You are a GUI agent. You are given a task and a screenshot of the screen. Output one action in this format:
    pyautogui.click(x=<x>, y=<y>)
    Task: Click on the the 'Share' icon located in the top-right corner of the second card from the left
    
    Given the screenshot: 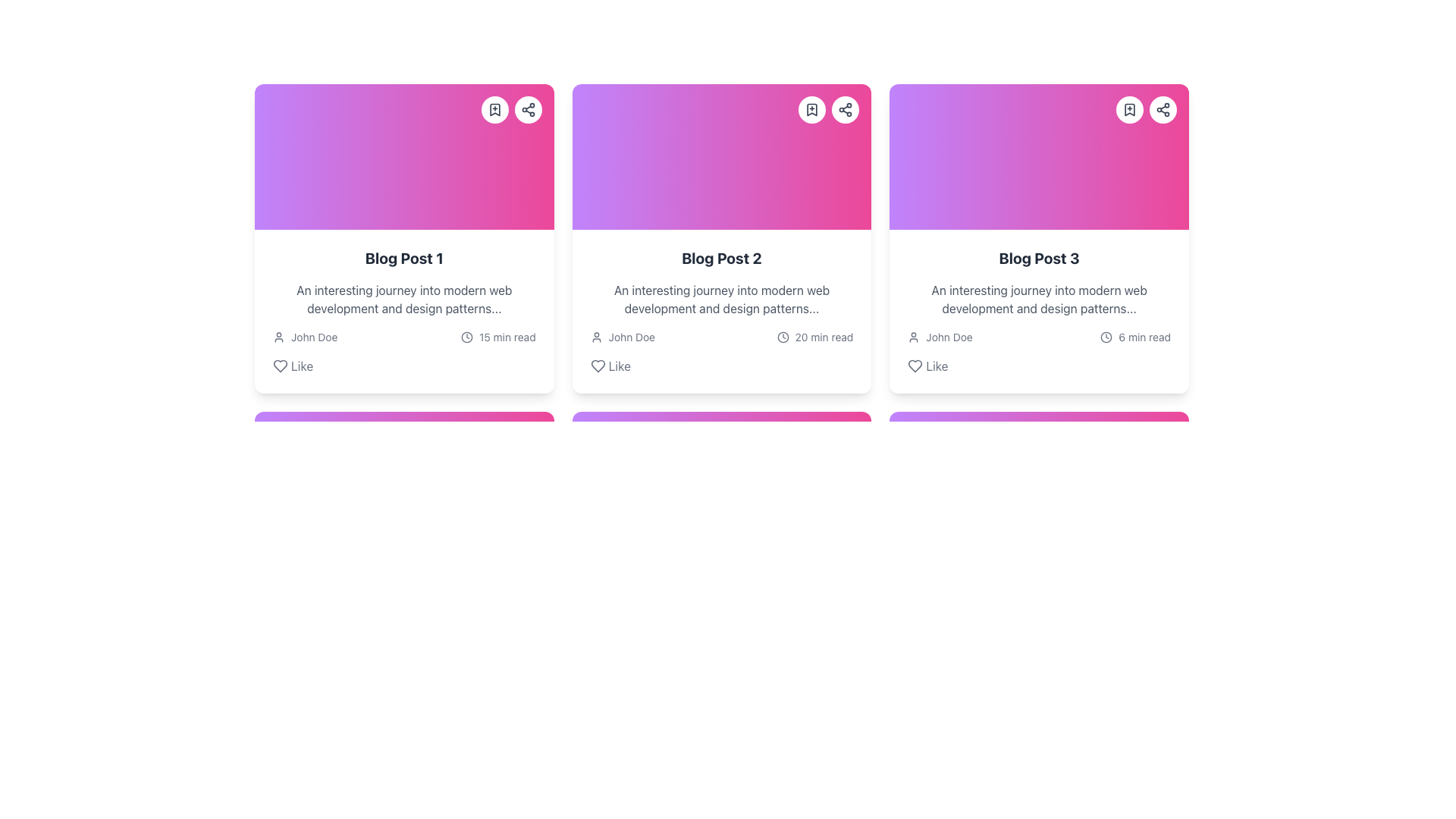 What is the action you would take?
    pyautogui.click(x=845, y=109)
    